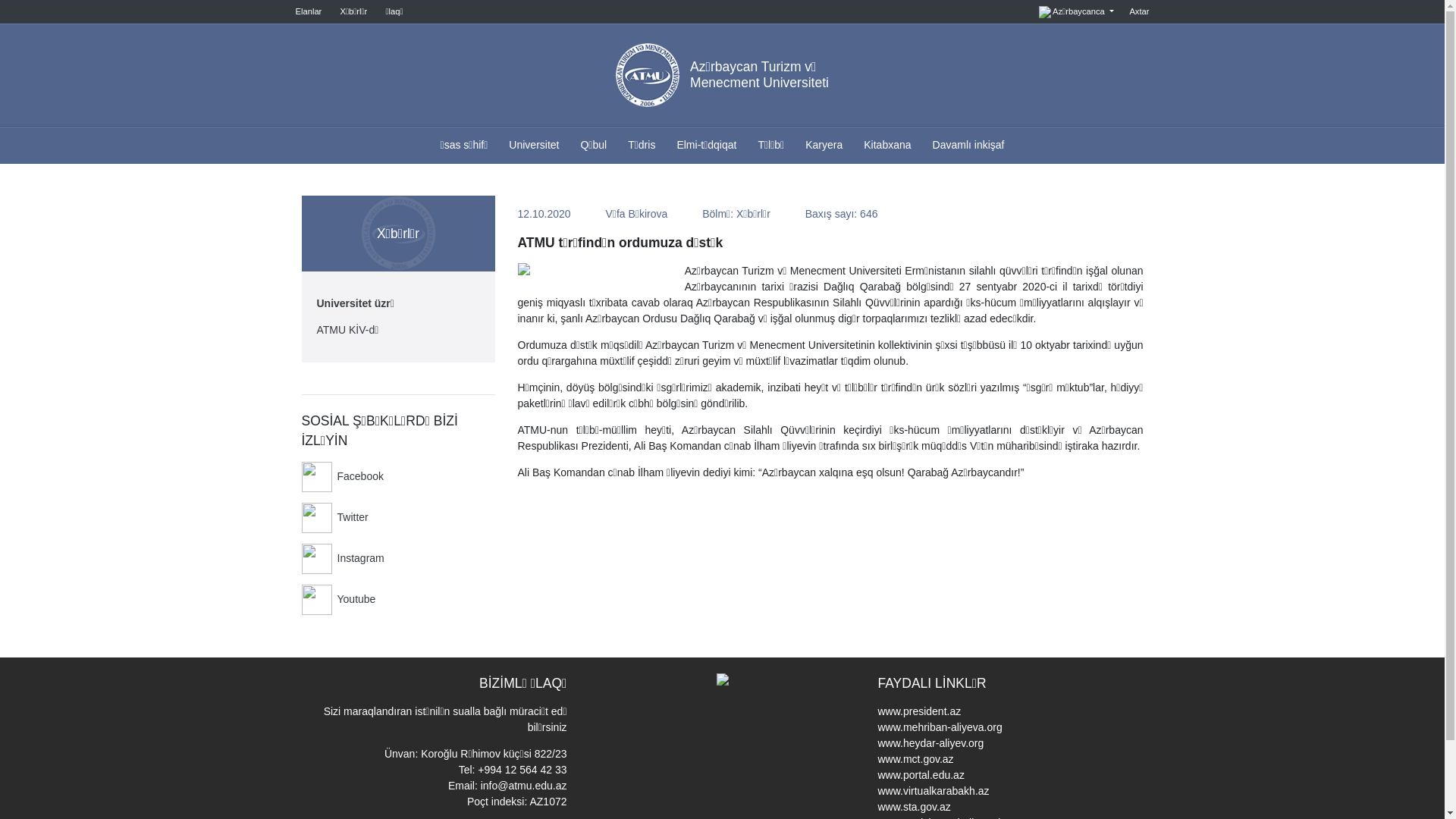  What do you see at coordinates (398, 475) in the screenshot?
I see `'Facebook'` at bounding box center [398, 475].